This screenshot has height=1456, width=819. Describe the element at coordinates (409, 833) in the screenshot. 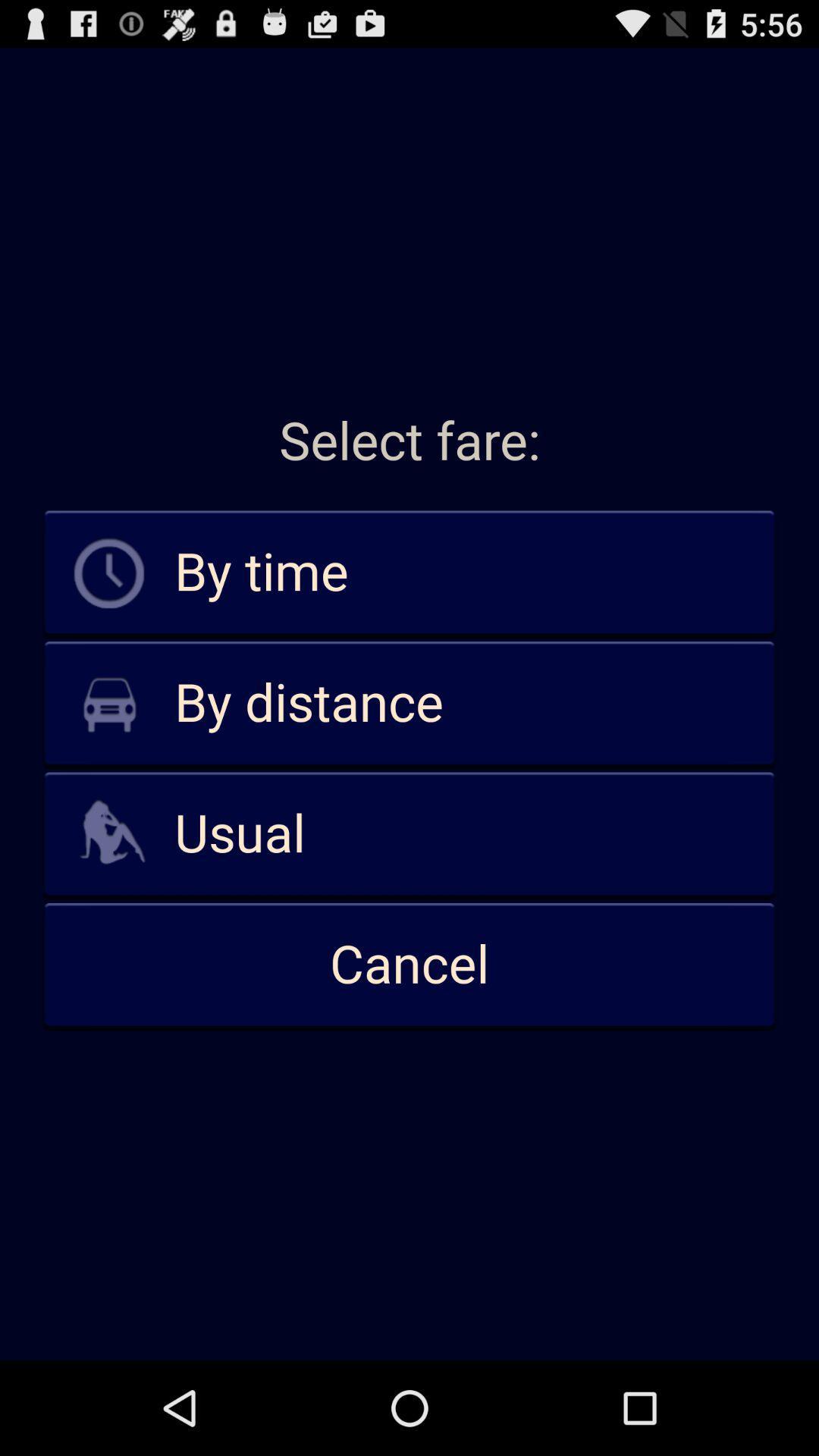

I see `the usual` at that location.